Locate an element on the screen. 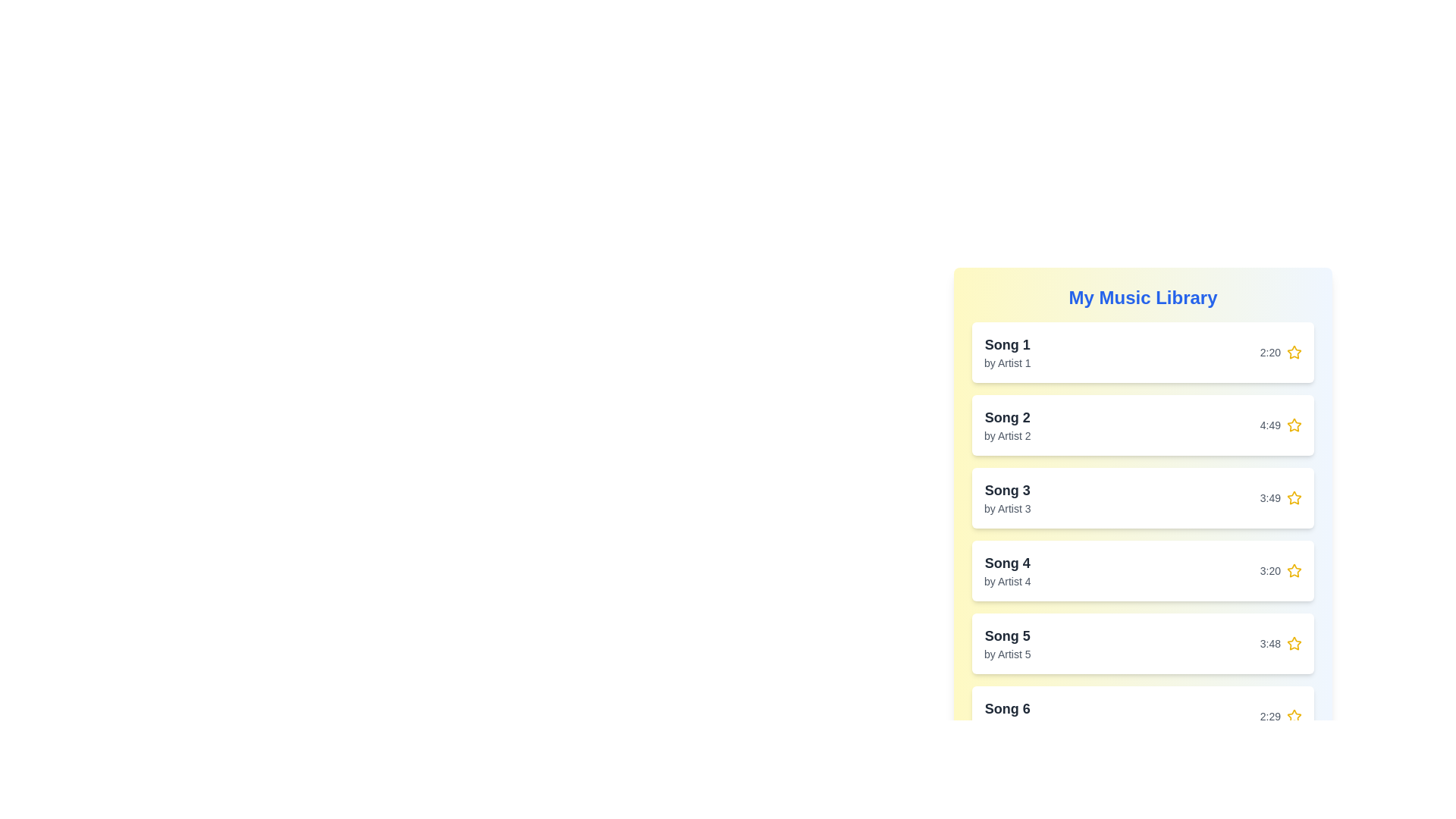 The height and width of the screenshot is (819, 1456). the star icon to favorite 'Song 4' in the 'My Music Library' section is located at coordinates (1292, 570).